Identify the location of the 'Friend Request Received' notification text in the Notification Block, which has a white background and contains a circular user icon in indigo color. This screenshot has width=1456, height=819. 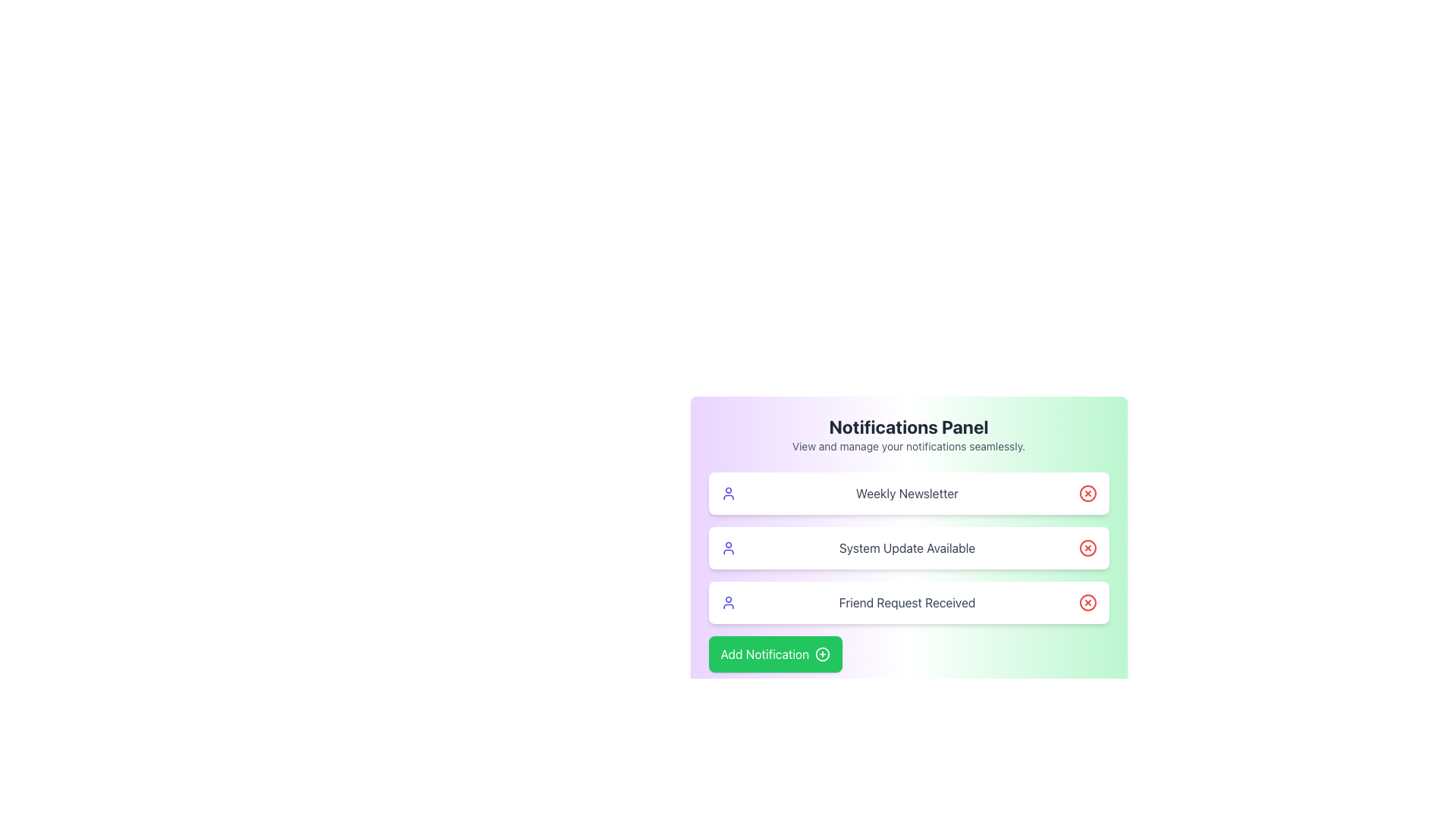
(908, 601).